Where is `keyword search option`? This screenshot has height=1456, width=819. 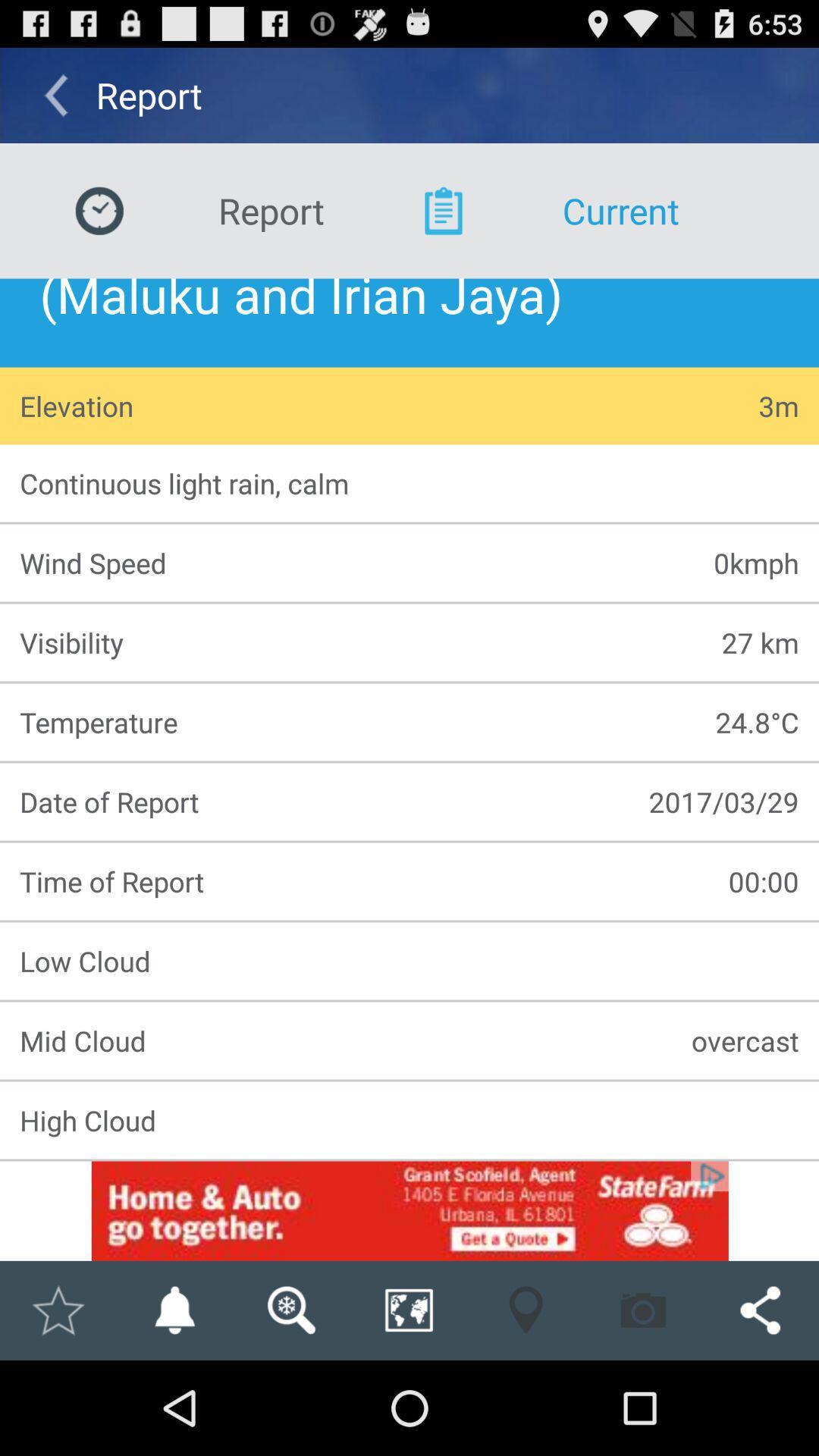 keyword search option is located at coordinates (291, 1310).